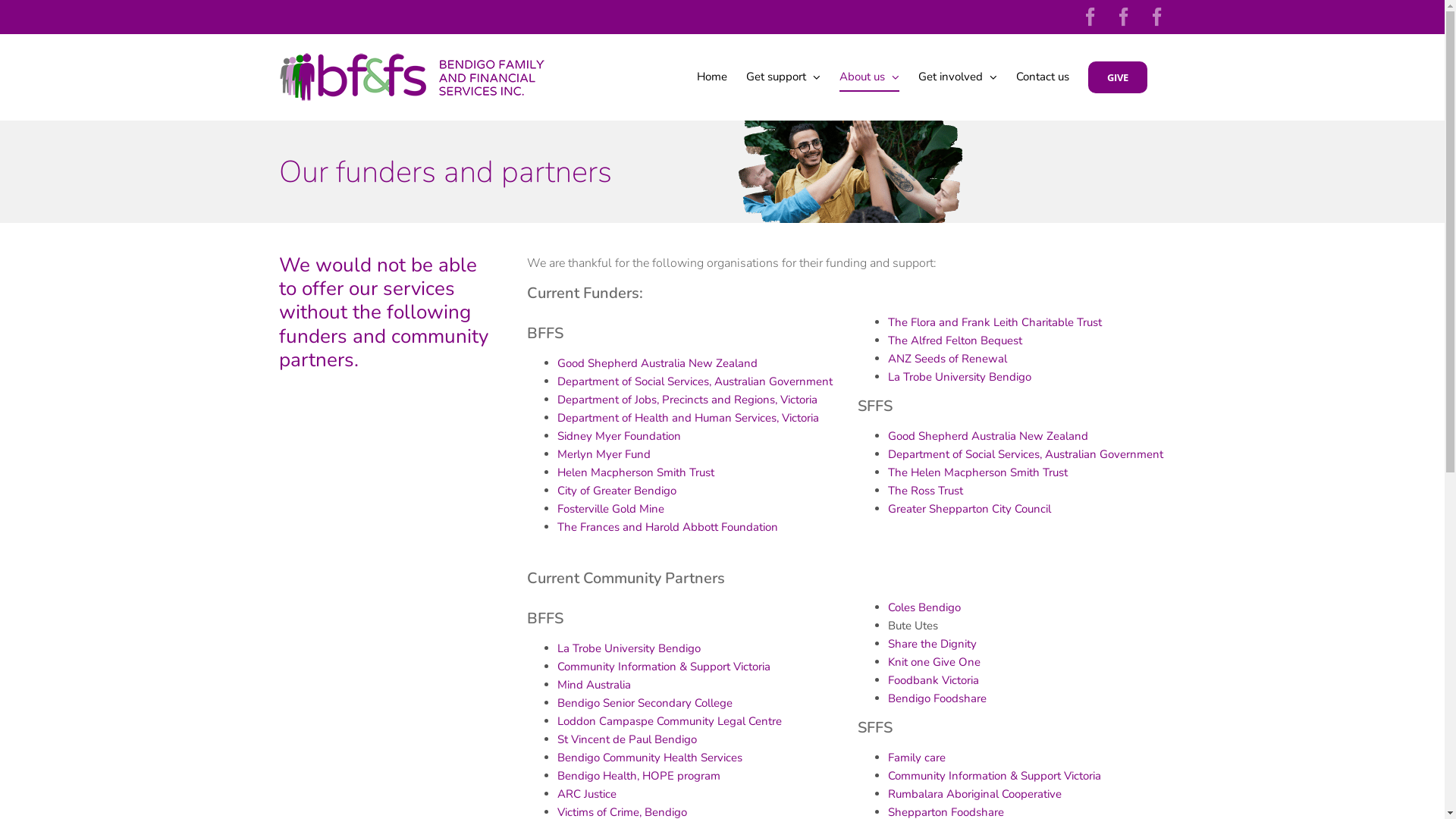 The height and width of the screenshot is (819, 1456). What do you see at coordinates (639, 775) in the screenshot?
I see `'Bendigo Health, HOPE program'` at bounding box center [639, 775].